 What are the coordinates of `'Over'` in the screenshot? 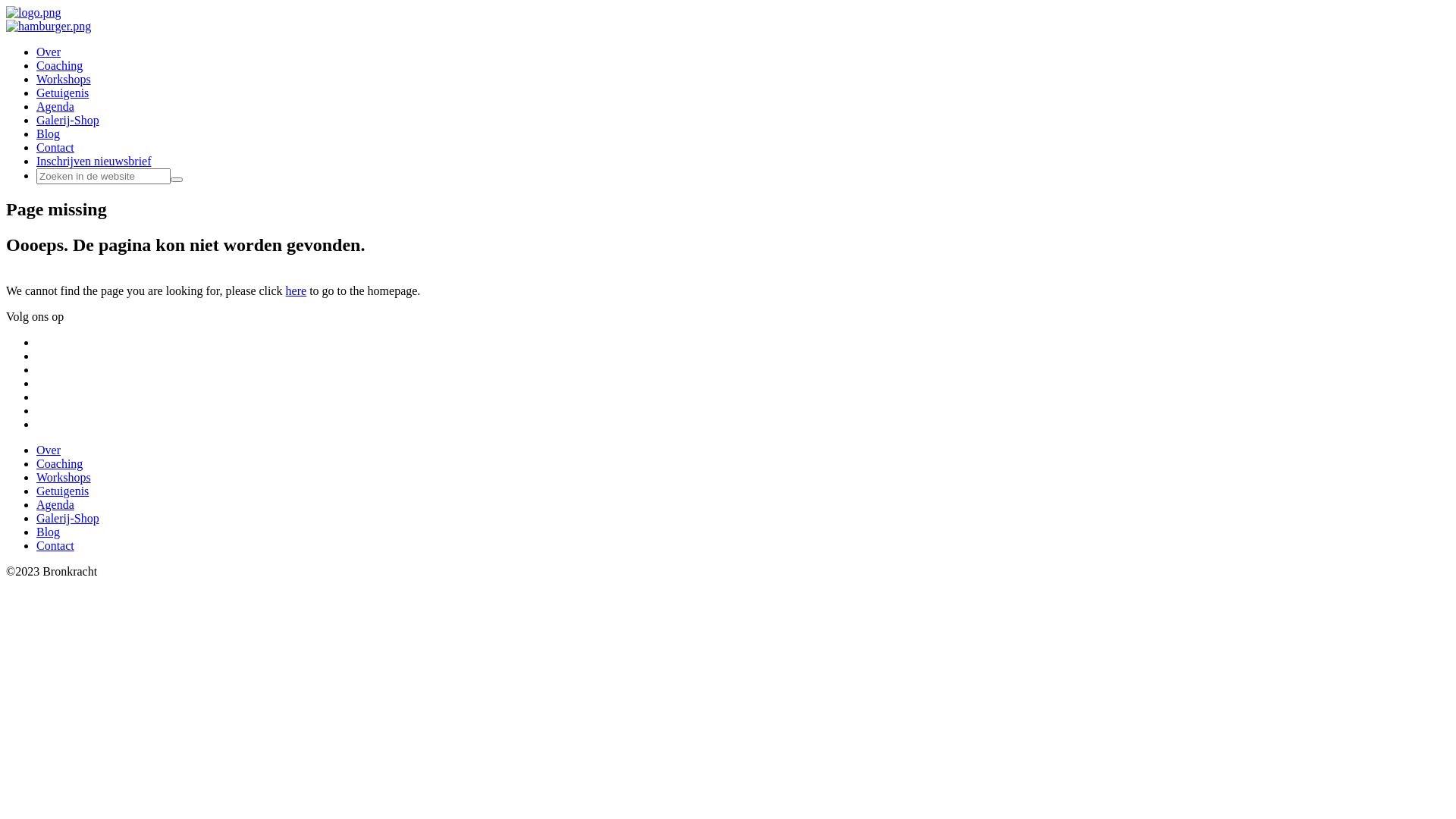 It's located at (48, 51).